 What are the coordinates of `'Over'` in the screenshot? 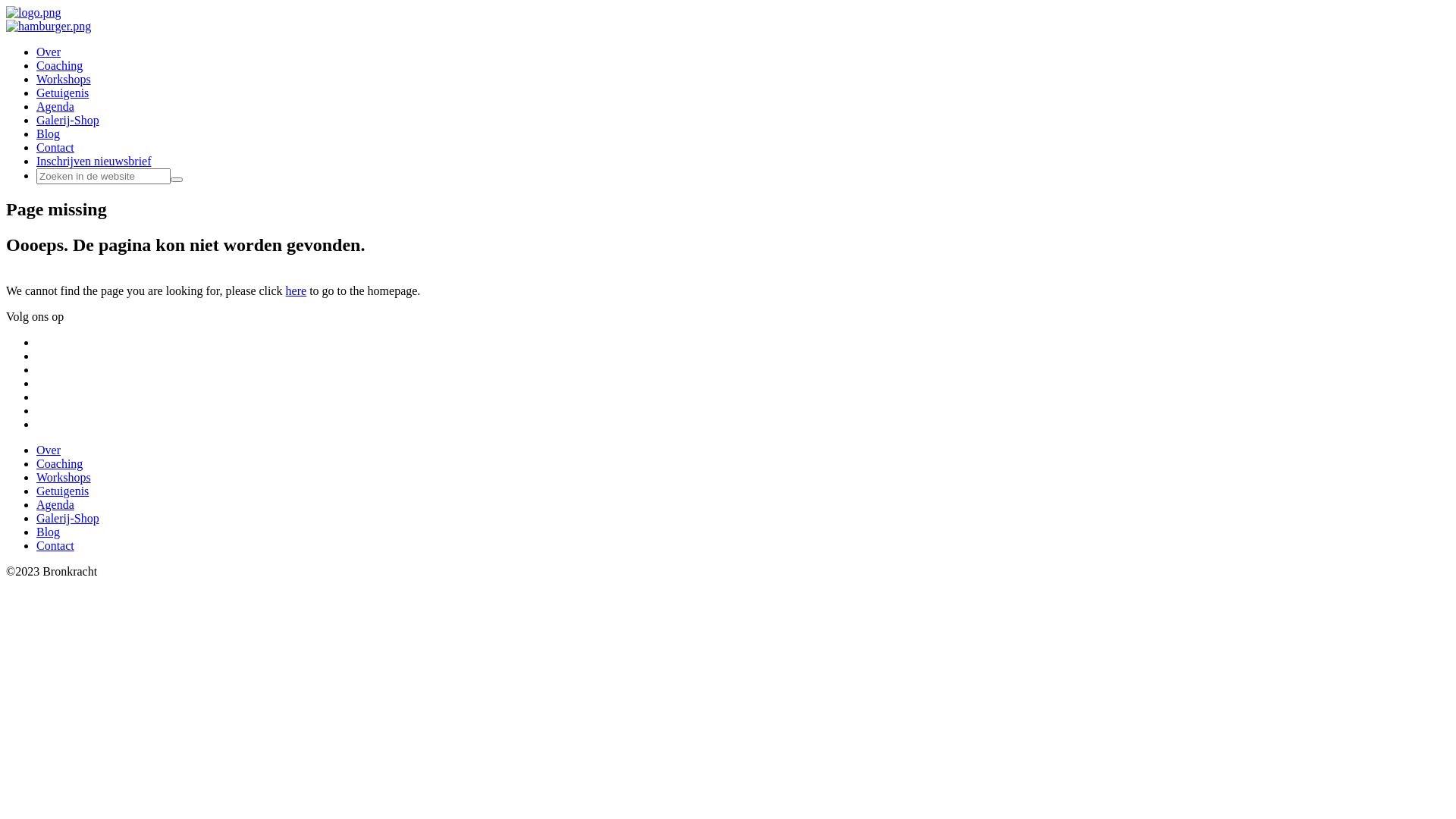 It's located at (48, 51).